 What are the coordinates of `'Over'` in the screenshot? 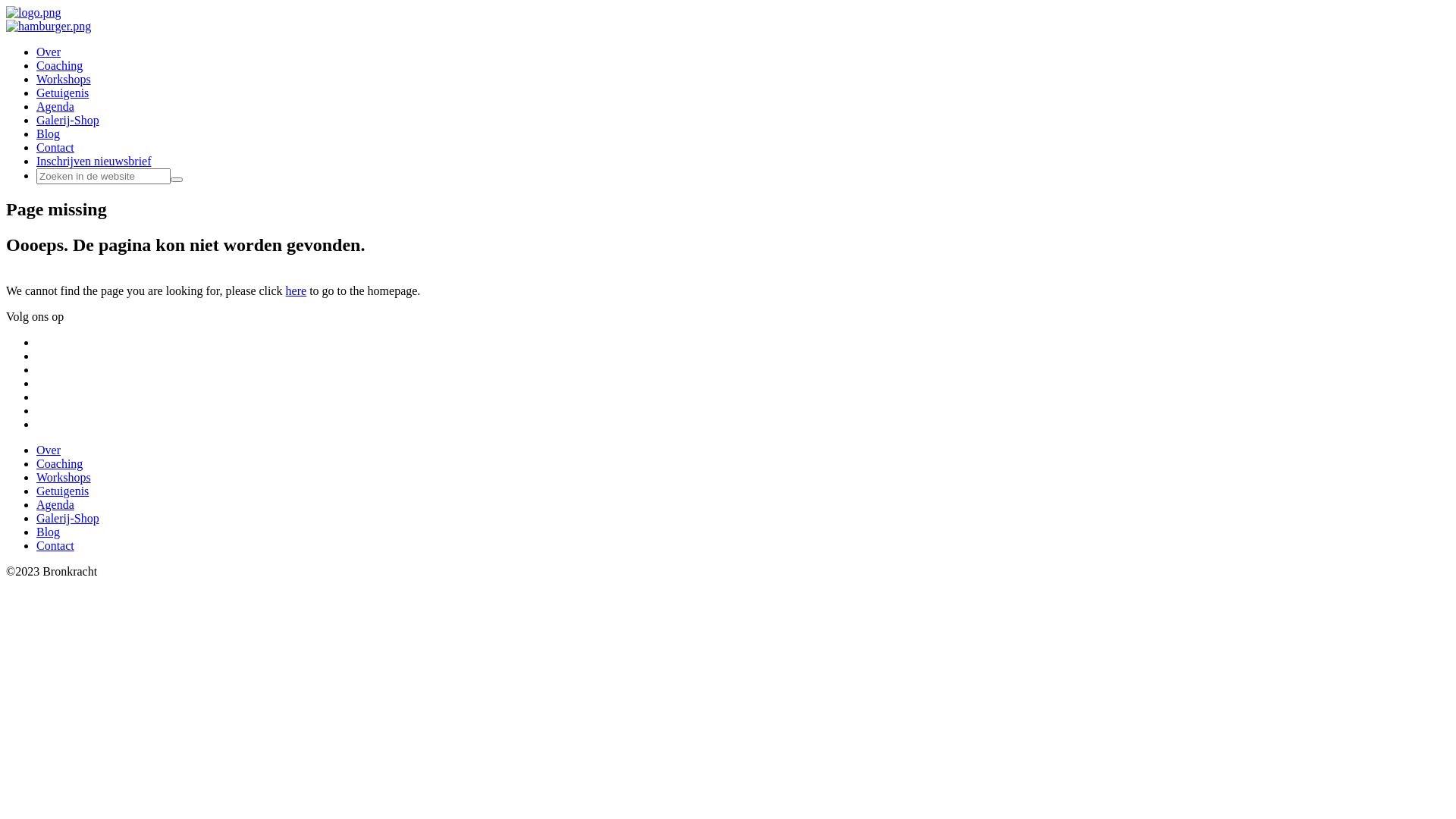 It's located at (48, 51).